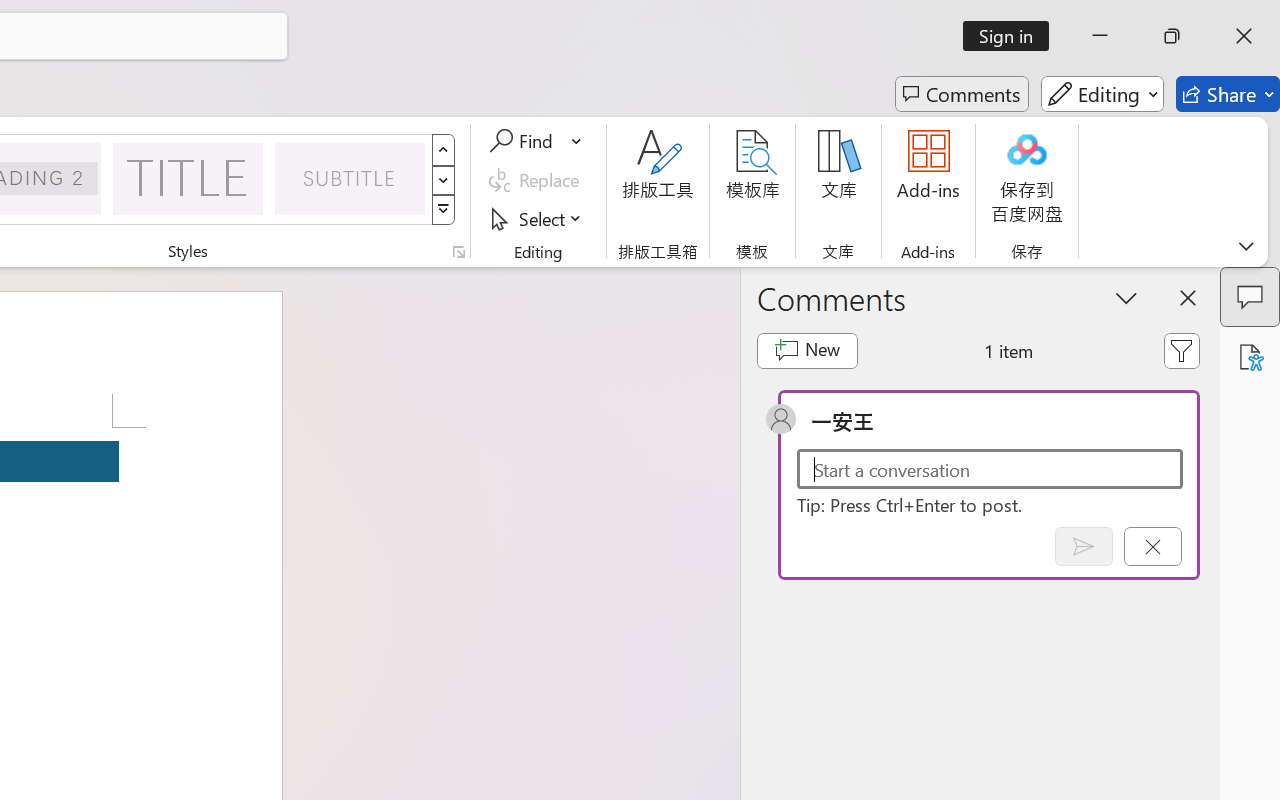 The image size is (1280, 800). I want to click on 'Editing', so click(1101, 94).